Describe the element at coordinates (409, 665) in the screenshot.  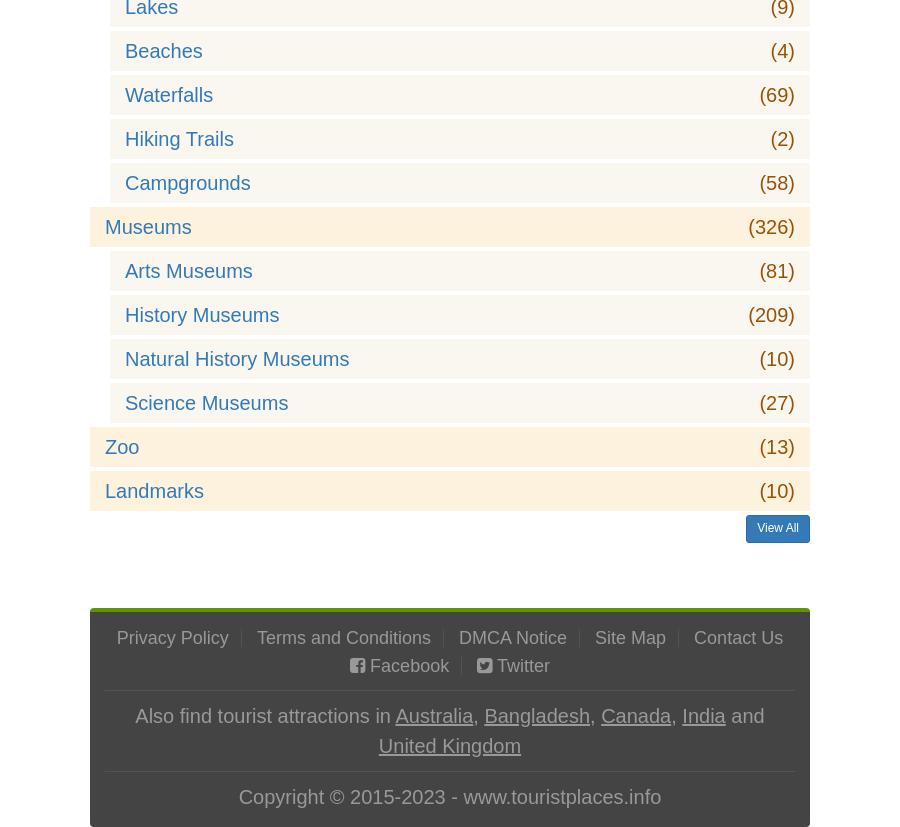
I see `'Facebook'` at that location.